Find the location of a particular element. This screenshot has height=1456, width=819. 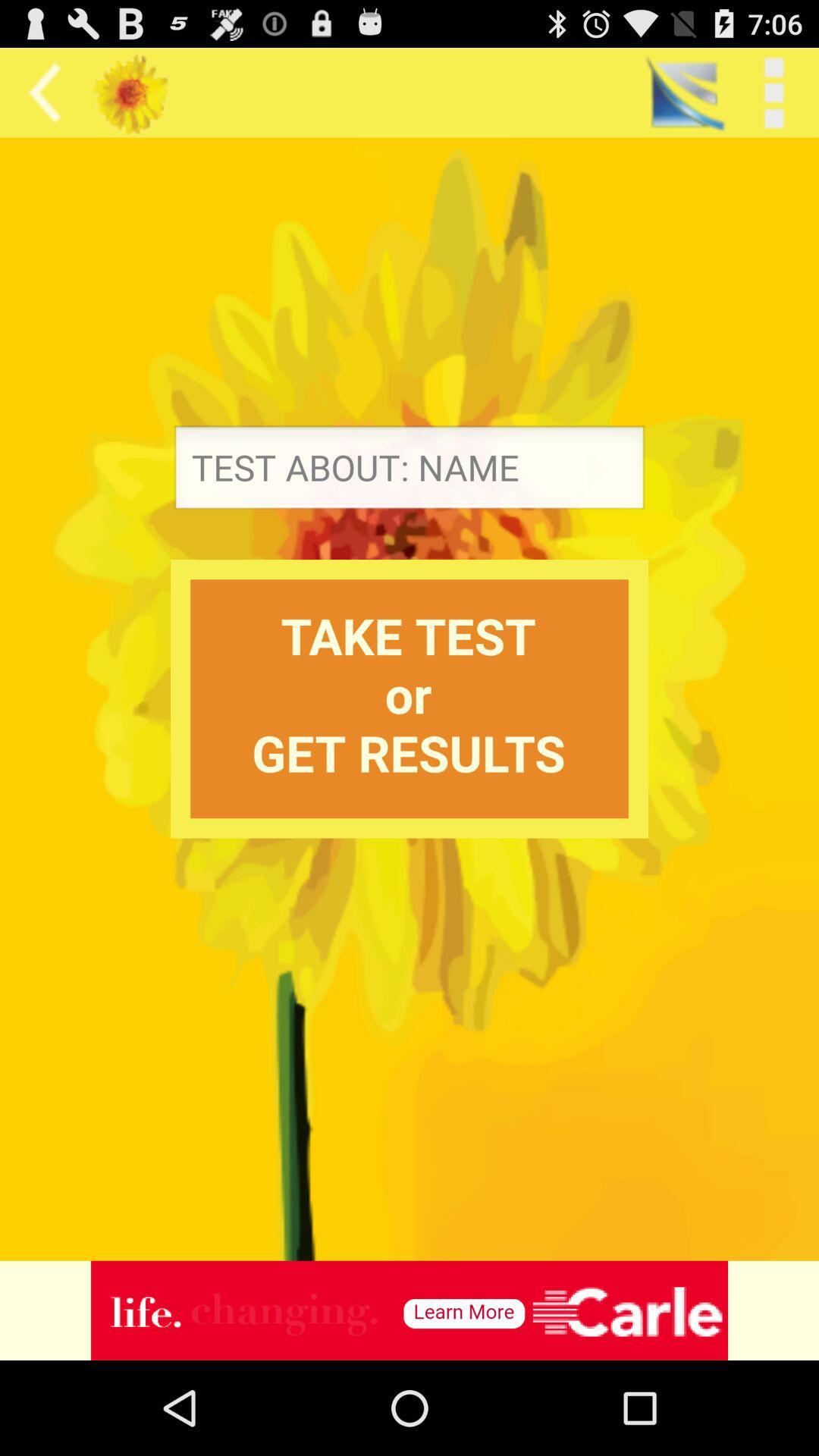

advertisement is located at coordinates (409, 1310).